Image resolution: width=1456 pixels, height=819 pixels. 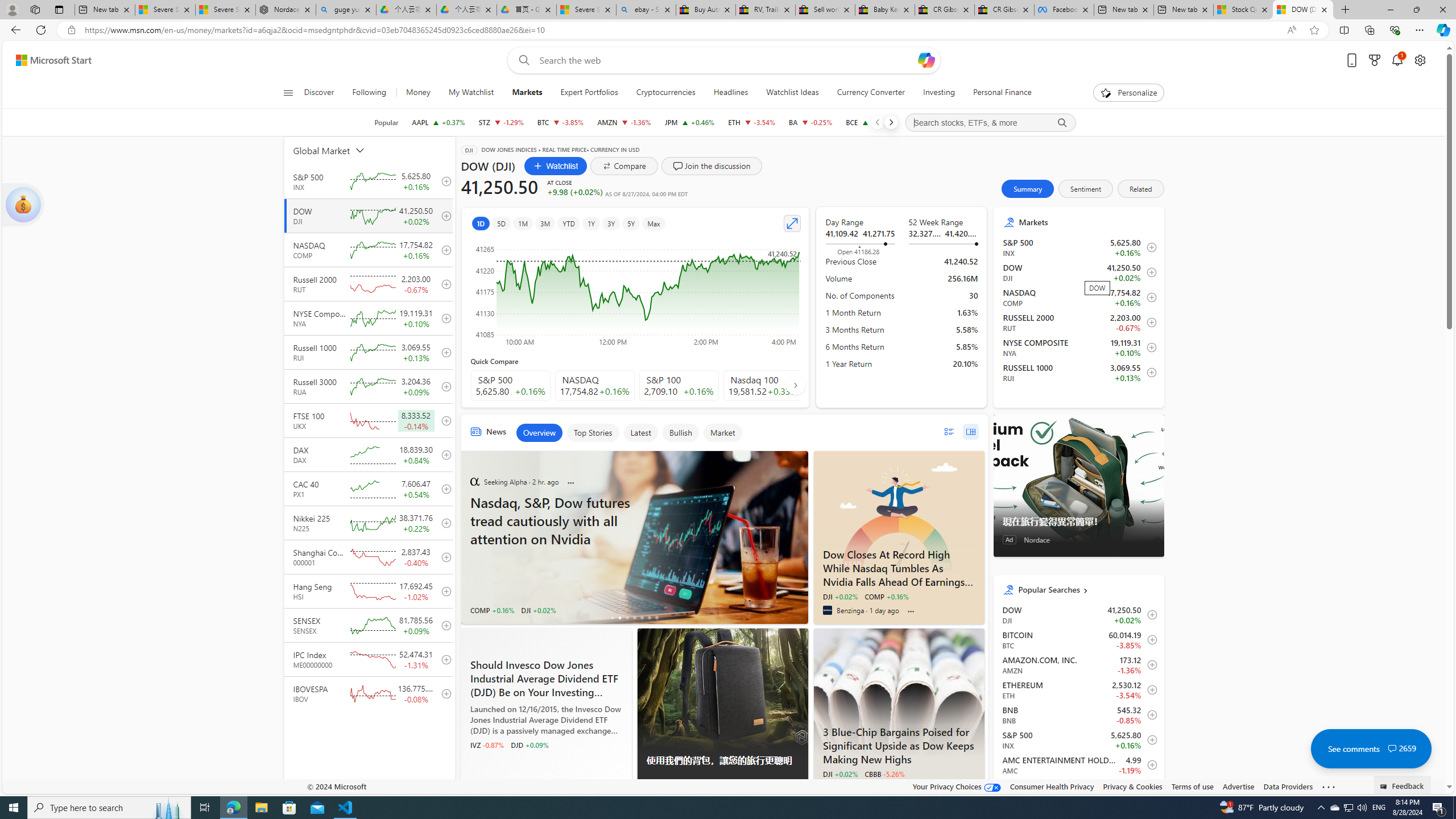 What do you see at coordinates (630, 223) in the screenshot?
I see `'5Y'` at bounding box center [630, 223].